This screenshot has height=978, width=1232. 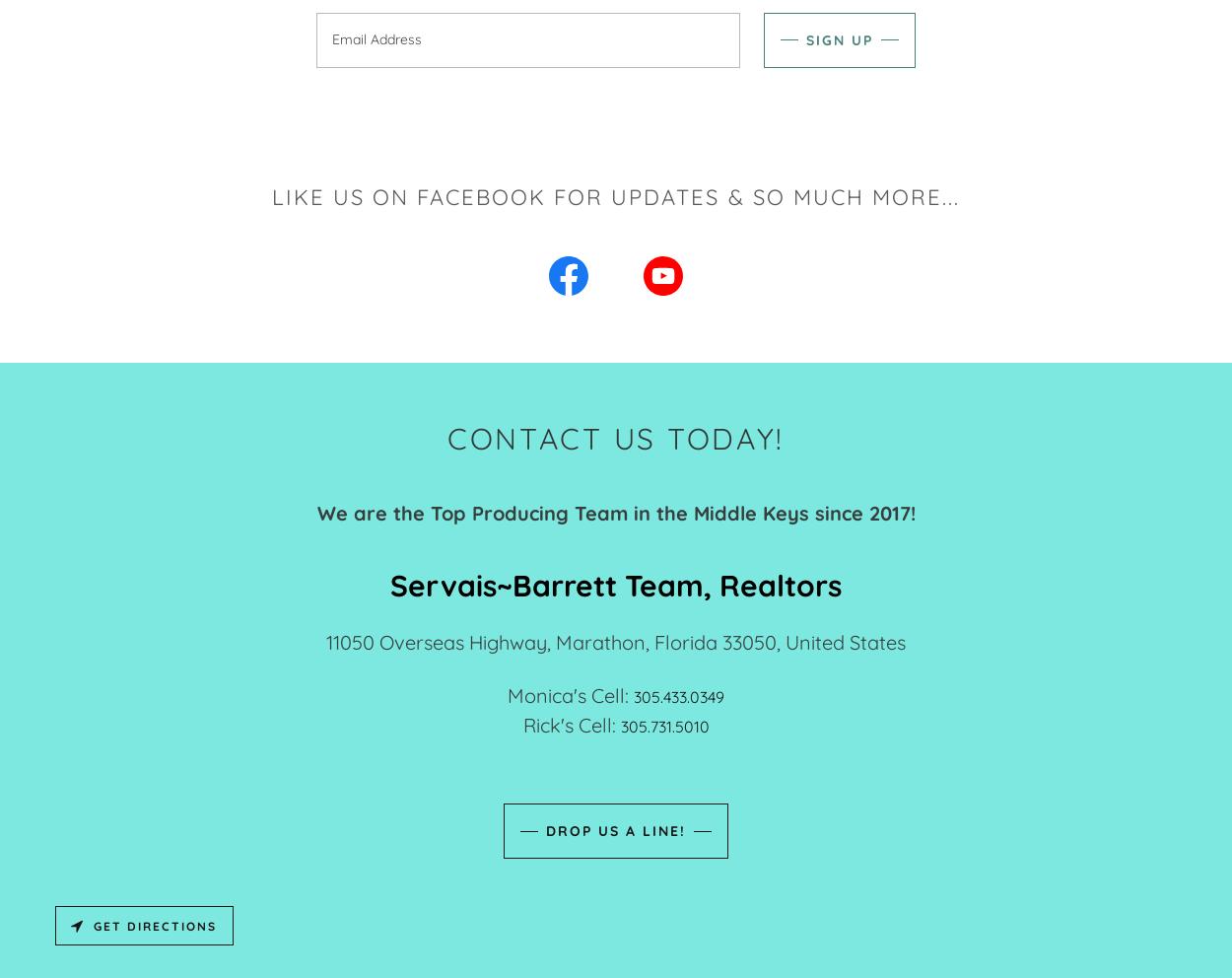 What do you see at coordinates (616, 642) in the screenshot?
I see `'11050 Overseas Highway, Marathon, Florida 33050, United States'` at bounding box center [616, 642].